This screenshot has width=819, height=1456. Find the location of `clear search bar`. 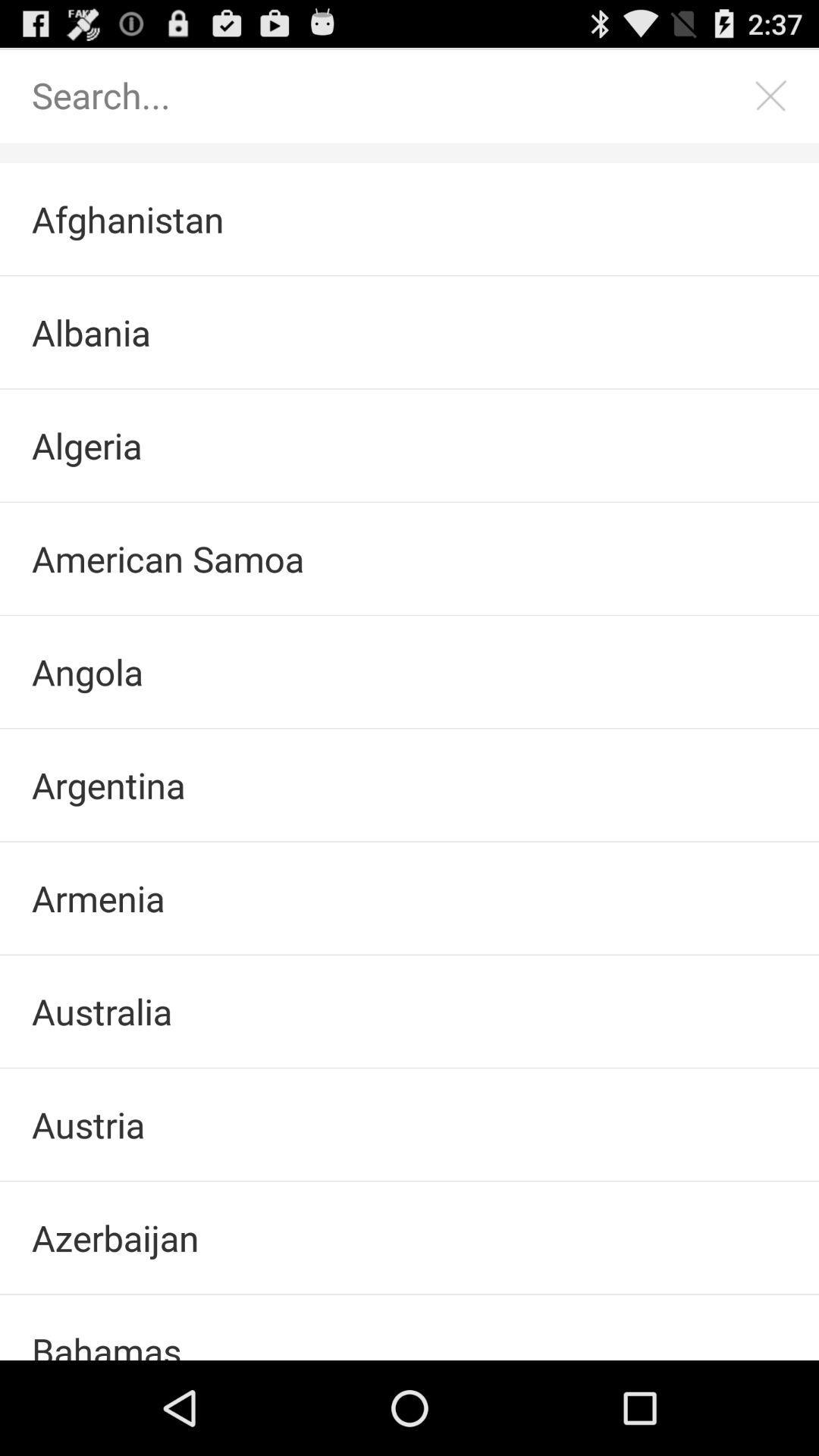

clear search bar is located at coordinates (771, 94).